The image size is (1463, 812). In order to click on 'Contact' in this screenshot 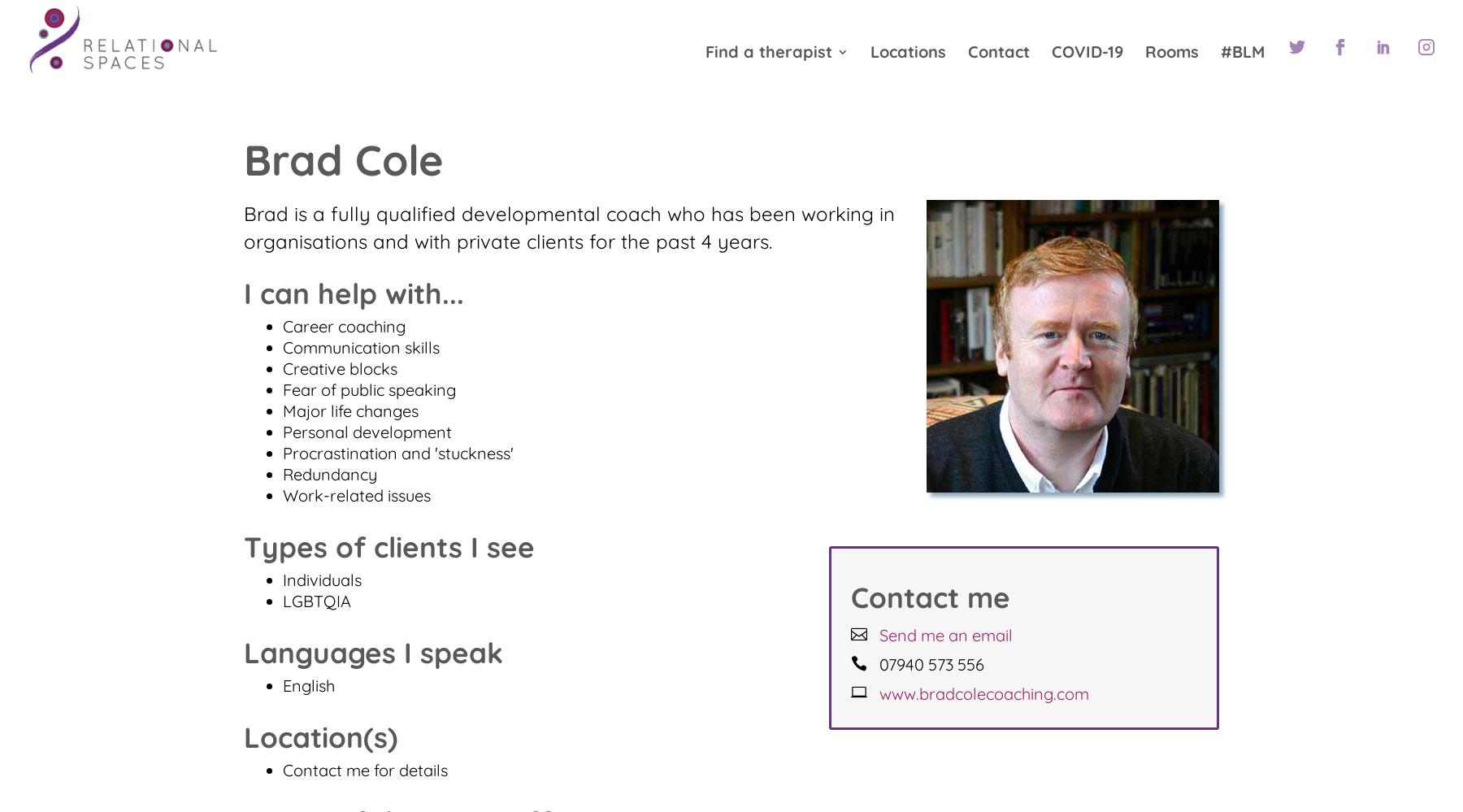, I will do `click(998, 54)`.